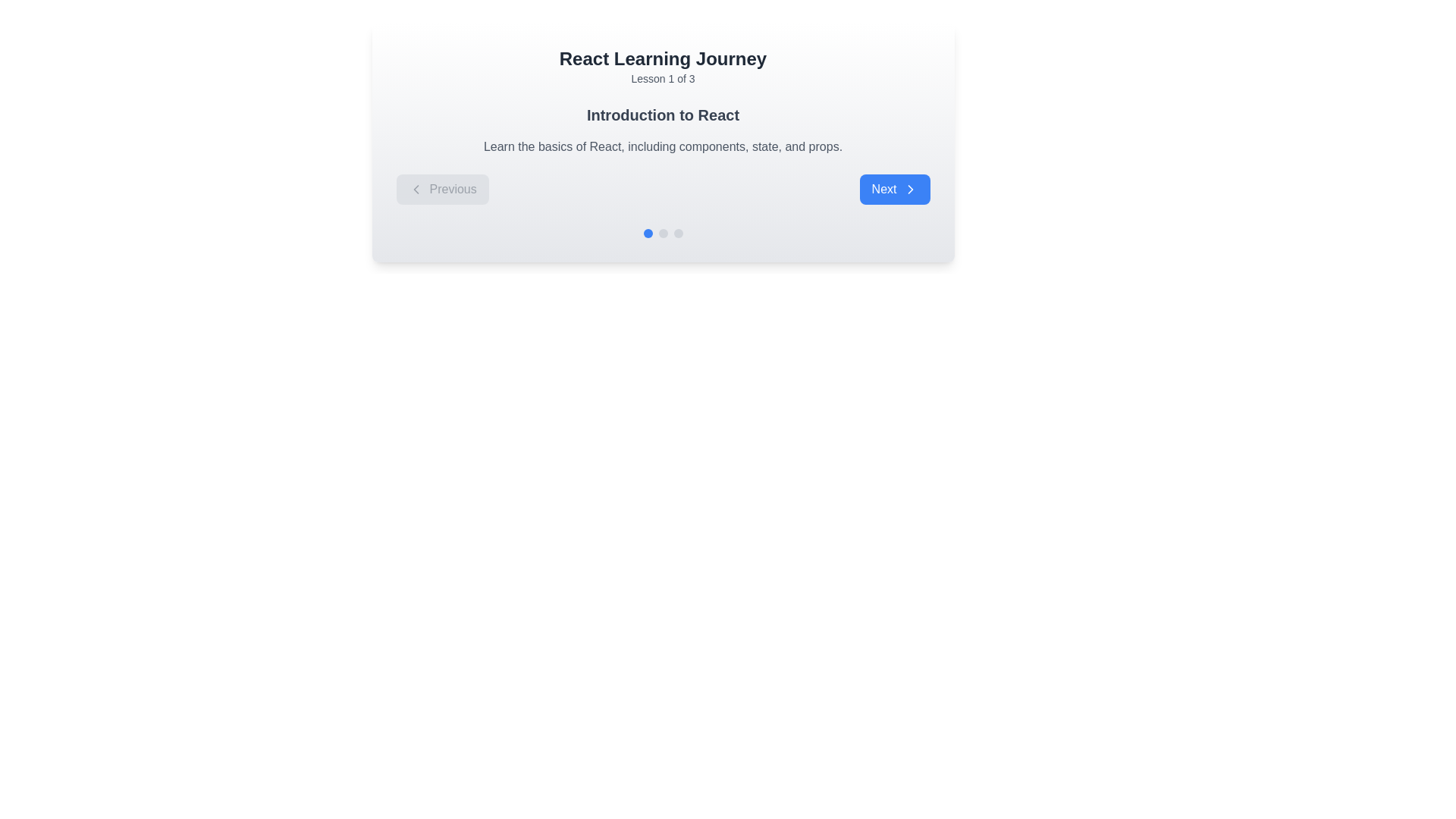  I want to click on the primary title or header text element that provides an overview of the content below, located at the top-middle of the area above 'Lesson 1 of 3', so click(663, 58).